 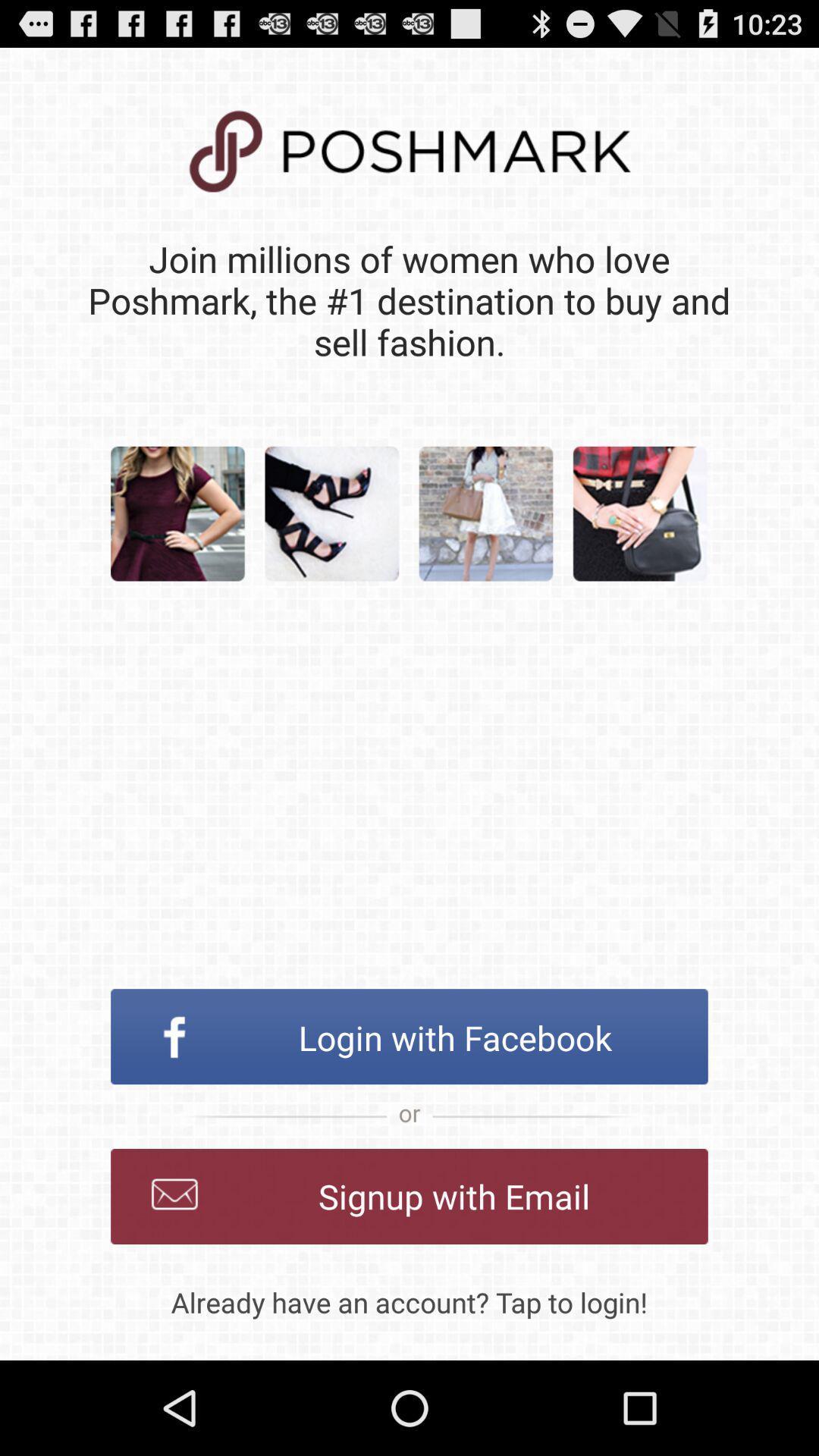 What do you see at coordinates (409, 1036) in the screenshot?
I see `the login with facebook` at bounding box center [409, 1036].